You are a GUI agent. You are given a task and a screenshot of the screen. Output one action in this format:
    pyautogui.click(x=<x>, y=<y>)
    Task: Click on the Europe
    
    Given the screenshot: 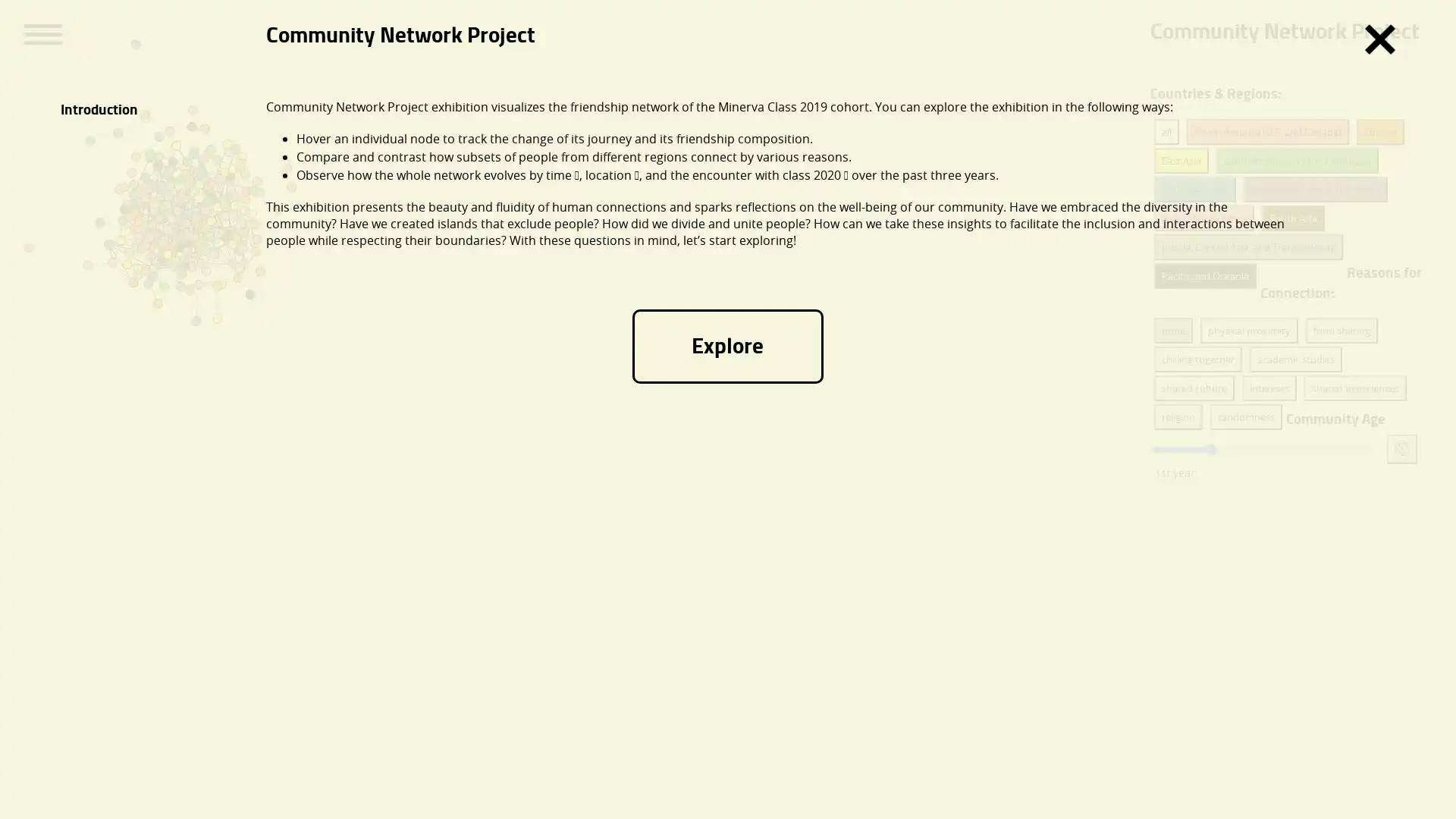 What is the action you would take?
    pyautogui.click(x=1380, y=130)
    